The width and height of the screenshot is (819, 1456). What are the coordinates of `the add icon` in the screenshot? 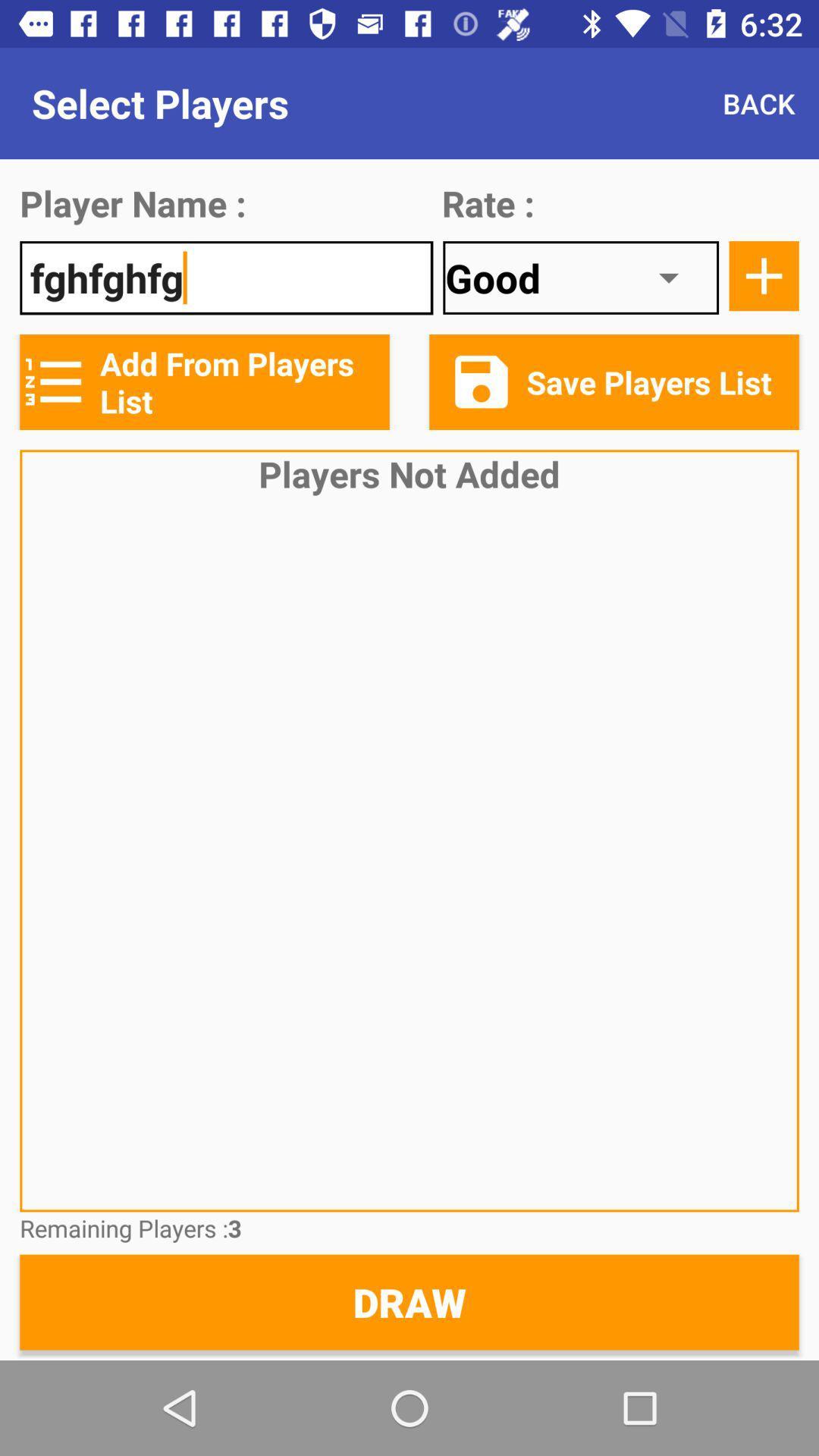 It's located at (764, 276).